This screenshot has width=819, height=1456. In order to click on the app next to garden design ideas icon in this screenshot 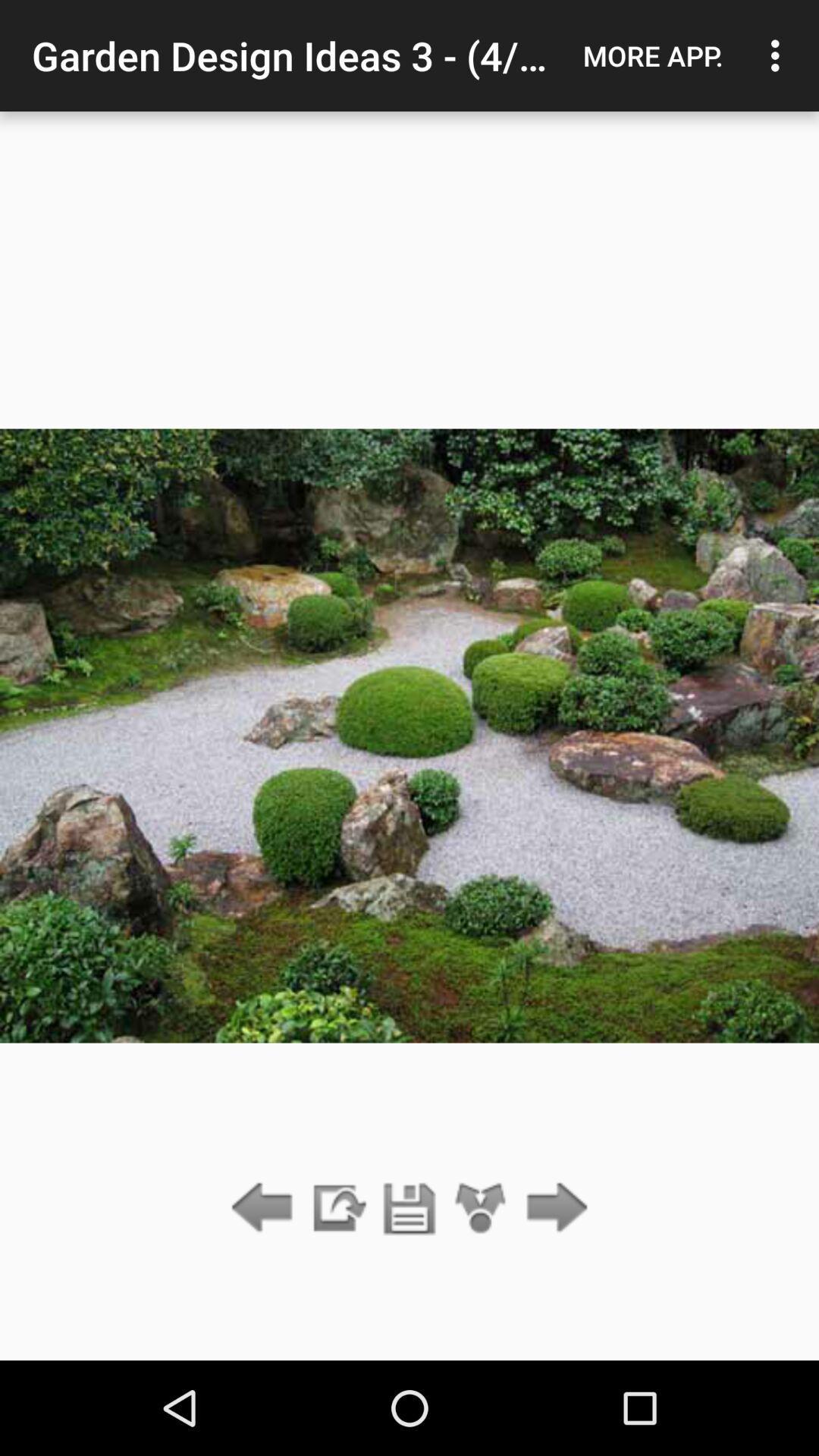, I will do `click(652, 55)`.